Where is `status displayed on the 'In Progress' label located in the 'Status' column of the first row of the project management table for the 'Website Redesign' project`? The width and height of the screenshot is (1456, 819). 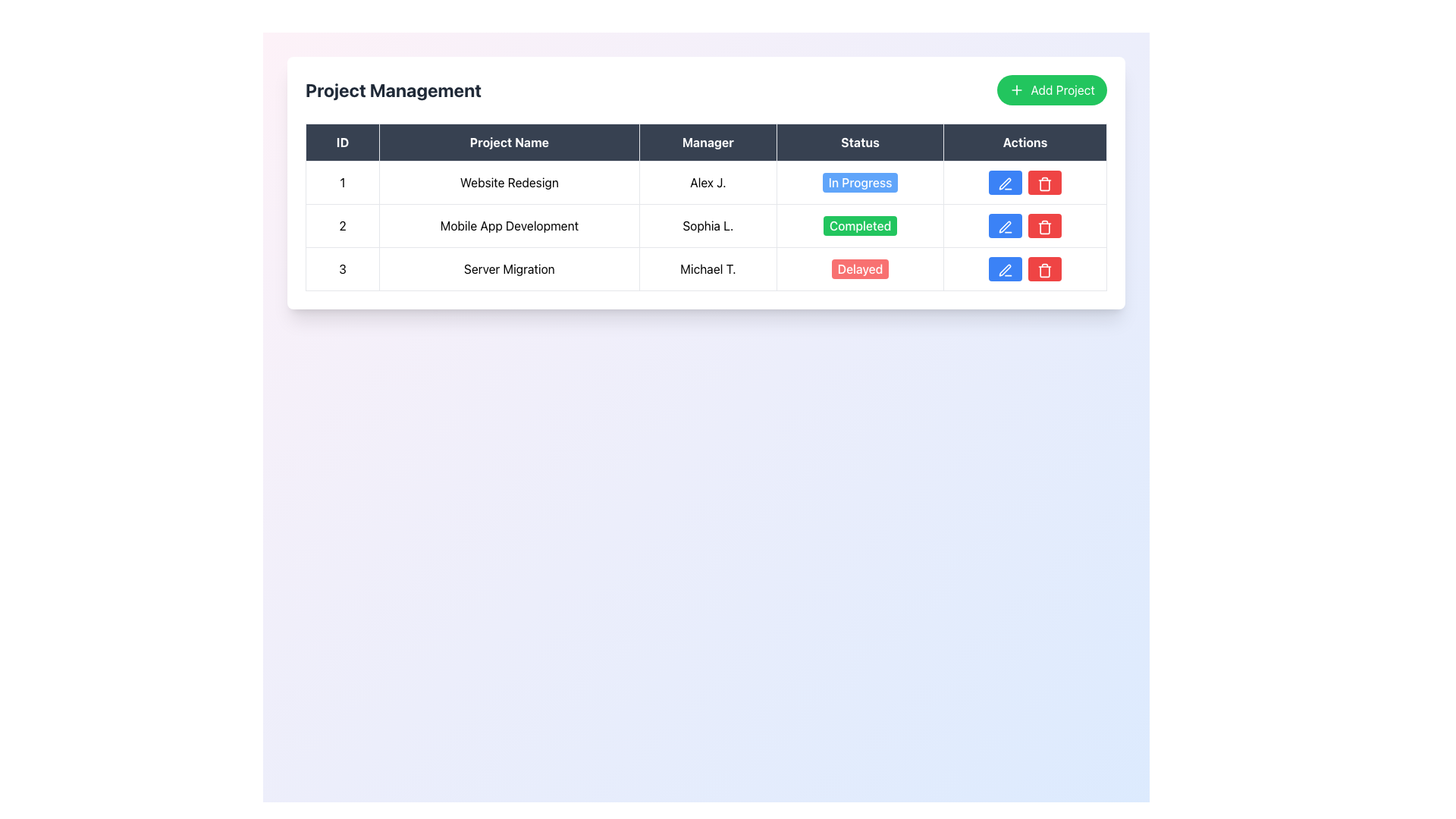 status displayed on the 'In Progress' label located in the 'Status' column of the first row of the project management table for the 'Website Redesign' project is located at coordinates (860, 181).